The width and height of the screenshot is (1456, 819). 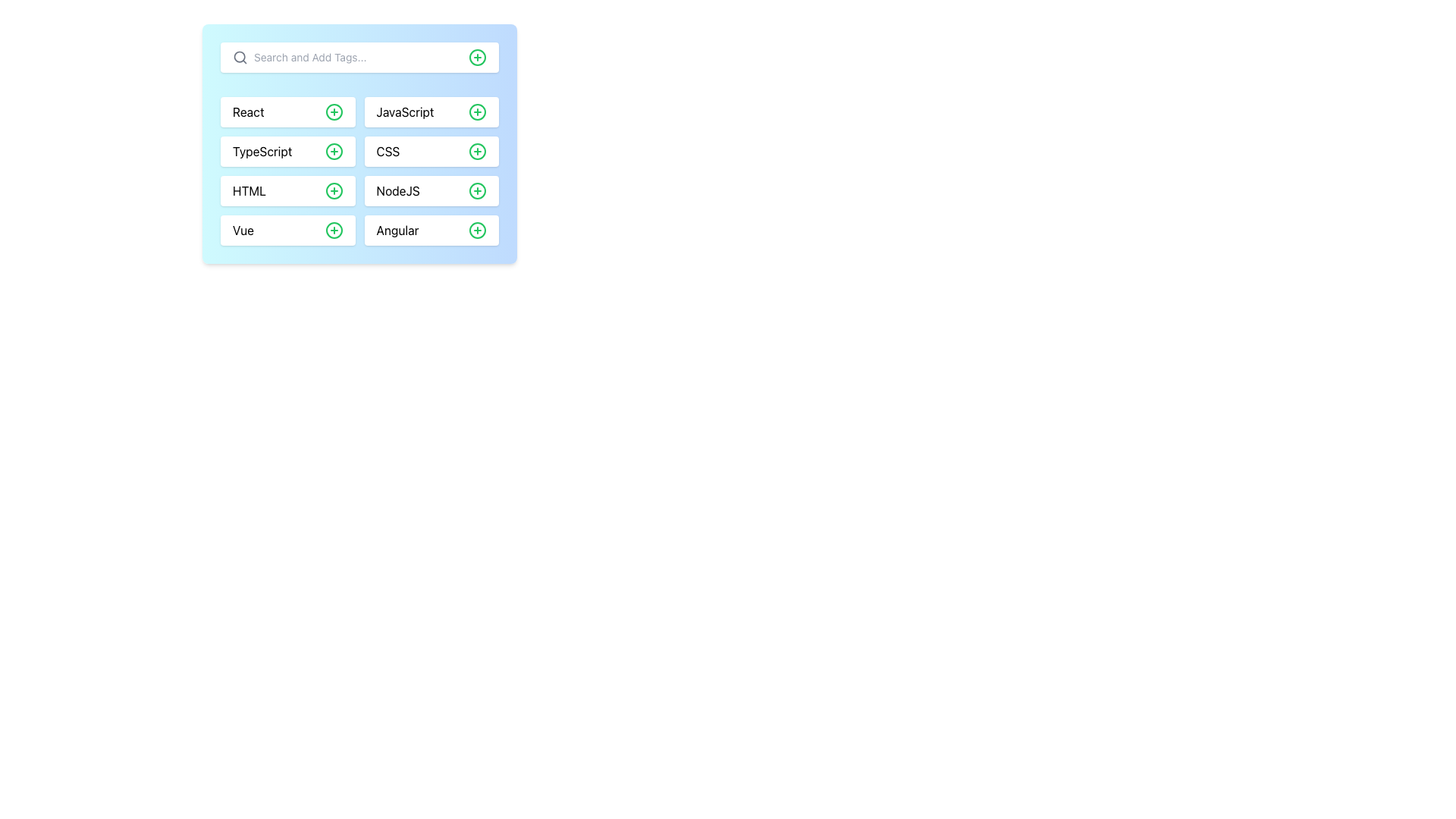 I want to click on the non-interactive text label representing 'JavaScript', which is centrally located in the second button of the first row, surrounded by 'React' and 'CSS', so click(x=405, y=111).